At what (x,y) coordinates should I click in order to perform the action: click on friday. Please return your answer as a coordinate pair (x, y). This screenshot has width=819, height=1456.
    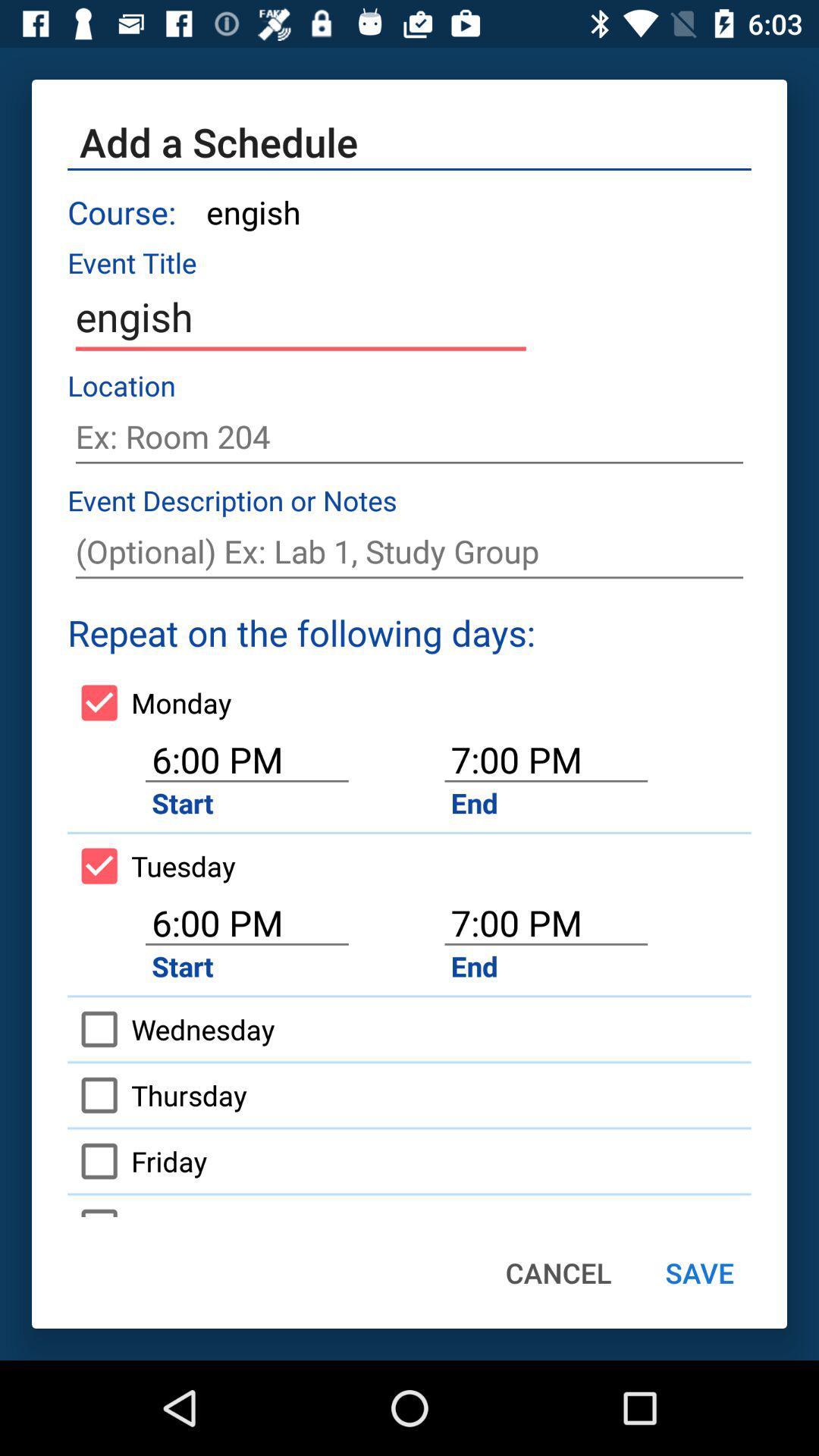
    Looking at the image, I should click on (137, 1160).